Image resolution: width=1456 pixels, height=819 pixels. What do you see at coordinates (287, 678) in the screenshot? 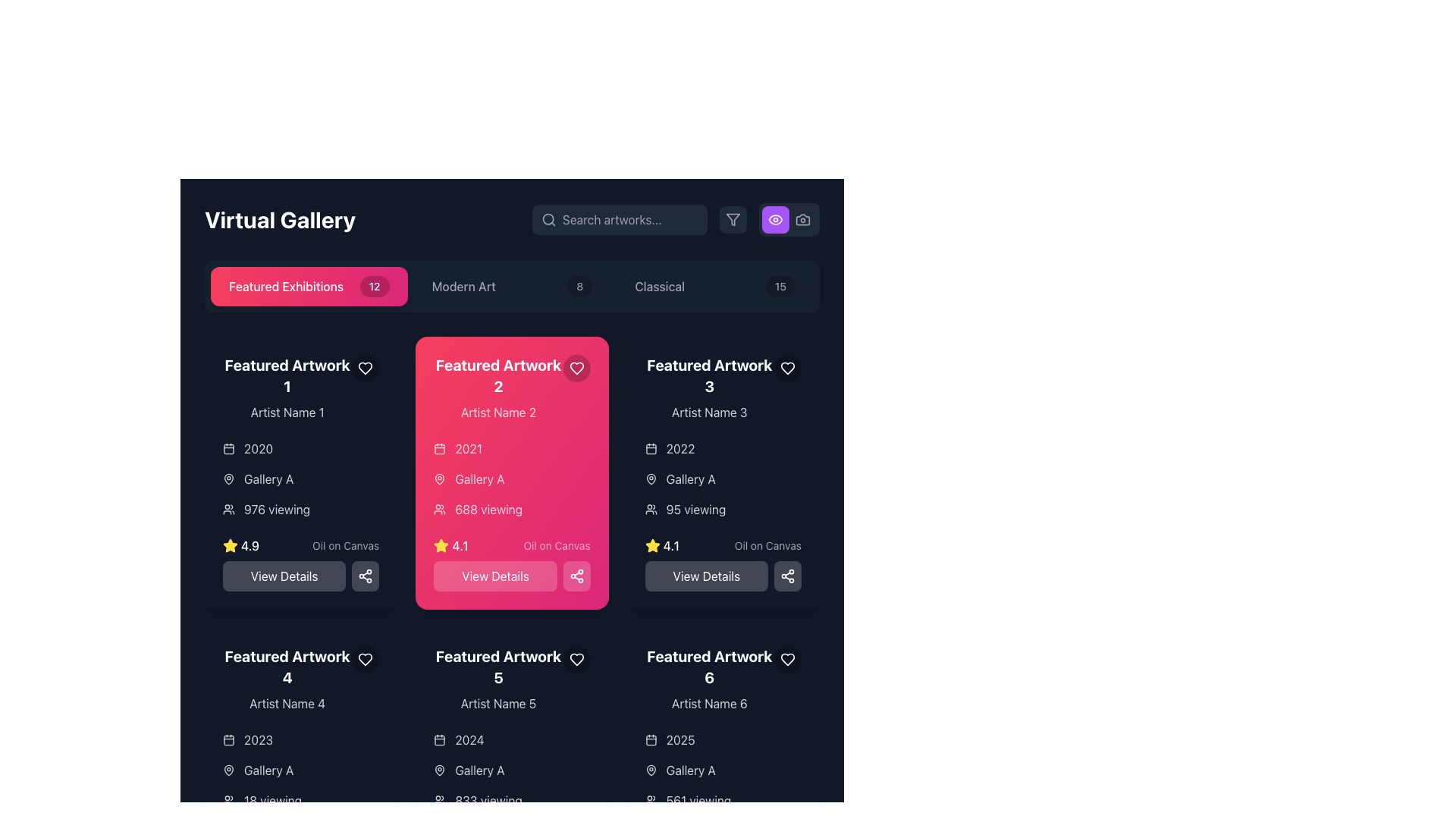
I see `the text display element that shows 'Featured Artwork 4' and 'Artist Name 4', located in the bottom-left section of the grid of artworks` at bounding box center [287, 678].